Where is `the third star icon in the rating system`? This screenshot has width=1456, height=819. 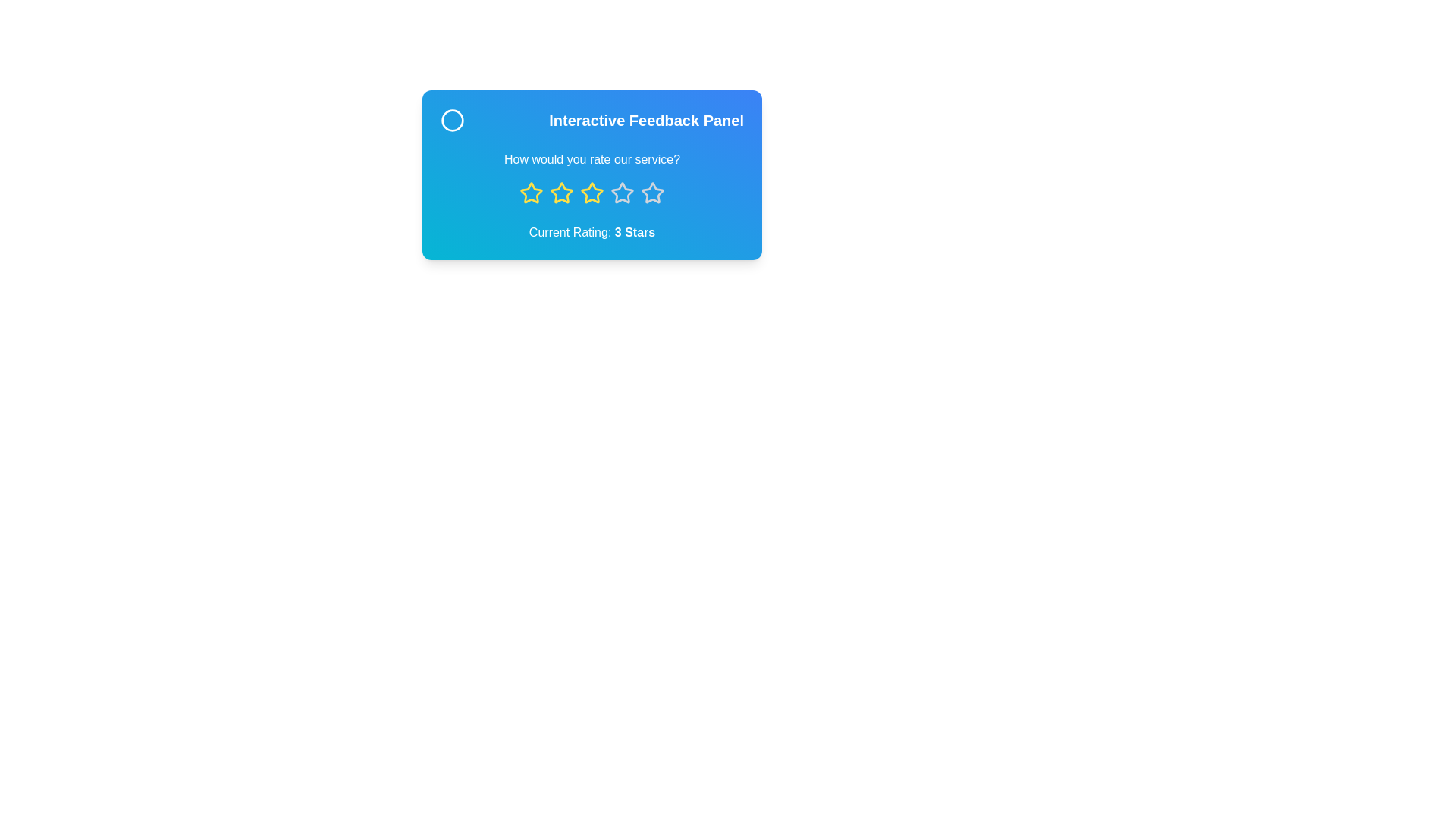 the third star icon in the rating system is located at coordinates (591, 192).